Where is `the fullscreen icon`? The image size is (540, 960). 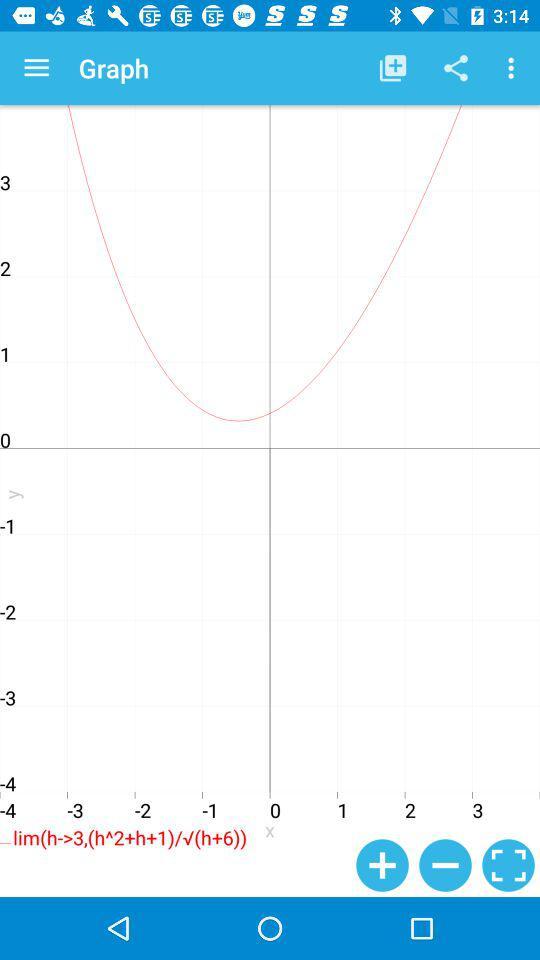
the fullscreen icon is located at coordinates (508, 864).